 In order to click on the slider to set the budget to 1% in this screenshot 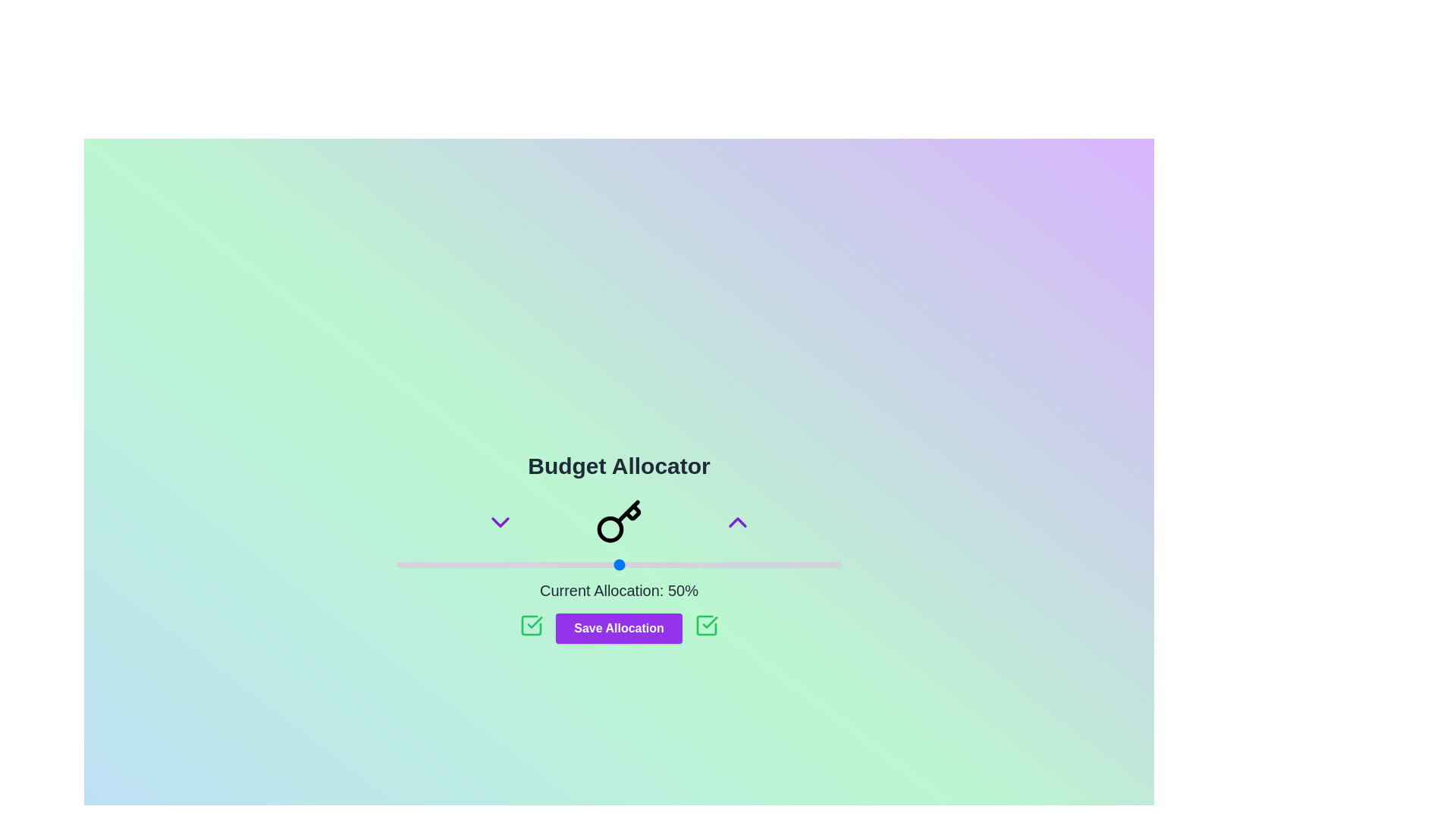, I will do `click(400, 564)`.